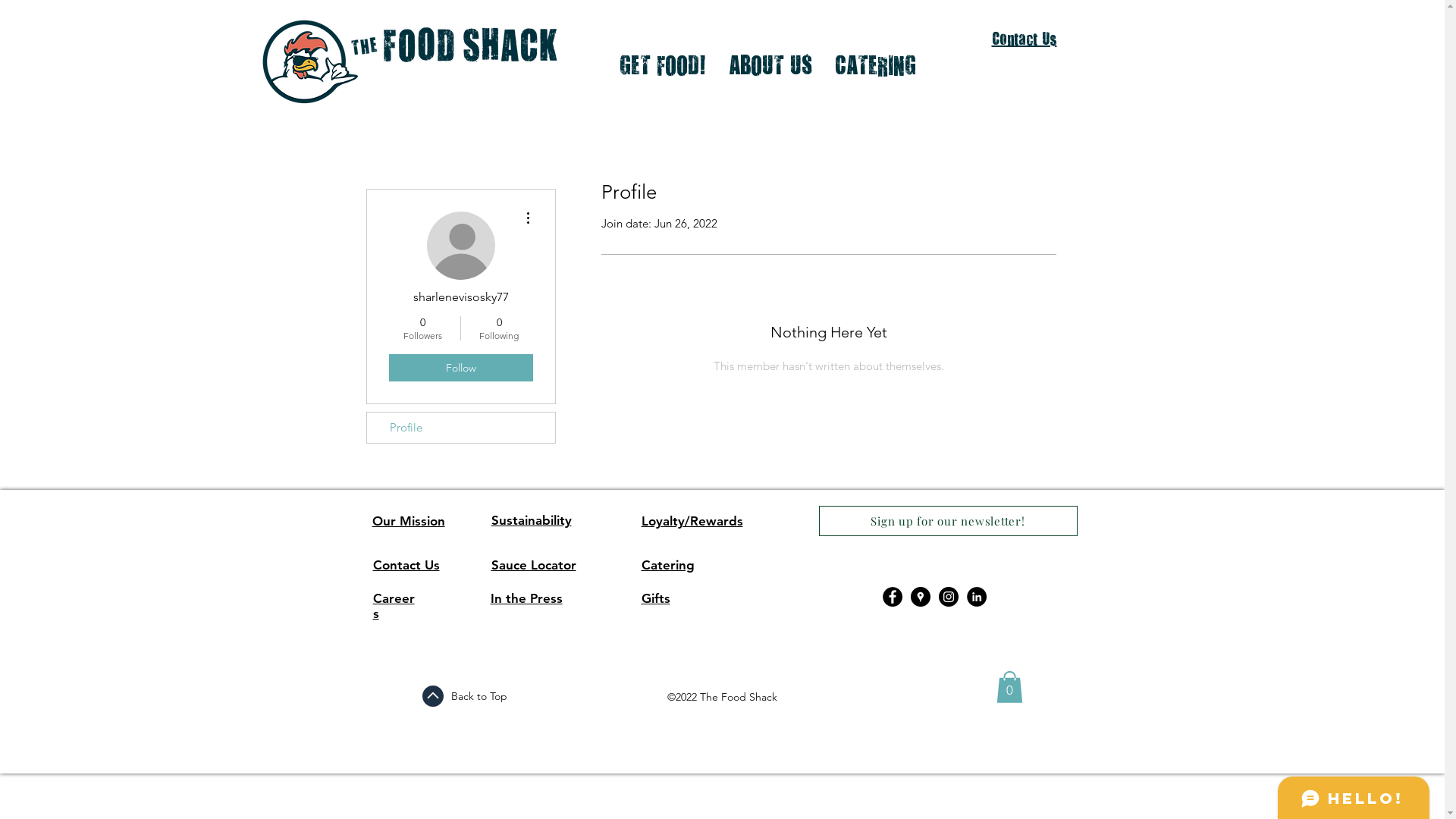 The image size is (1456, 819). I want to click on 'GET FOOD!', so click(662, 64).